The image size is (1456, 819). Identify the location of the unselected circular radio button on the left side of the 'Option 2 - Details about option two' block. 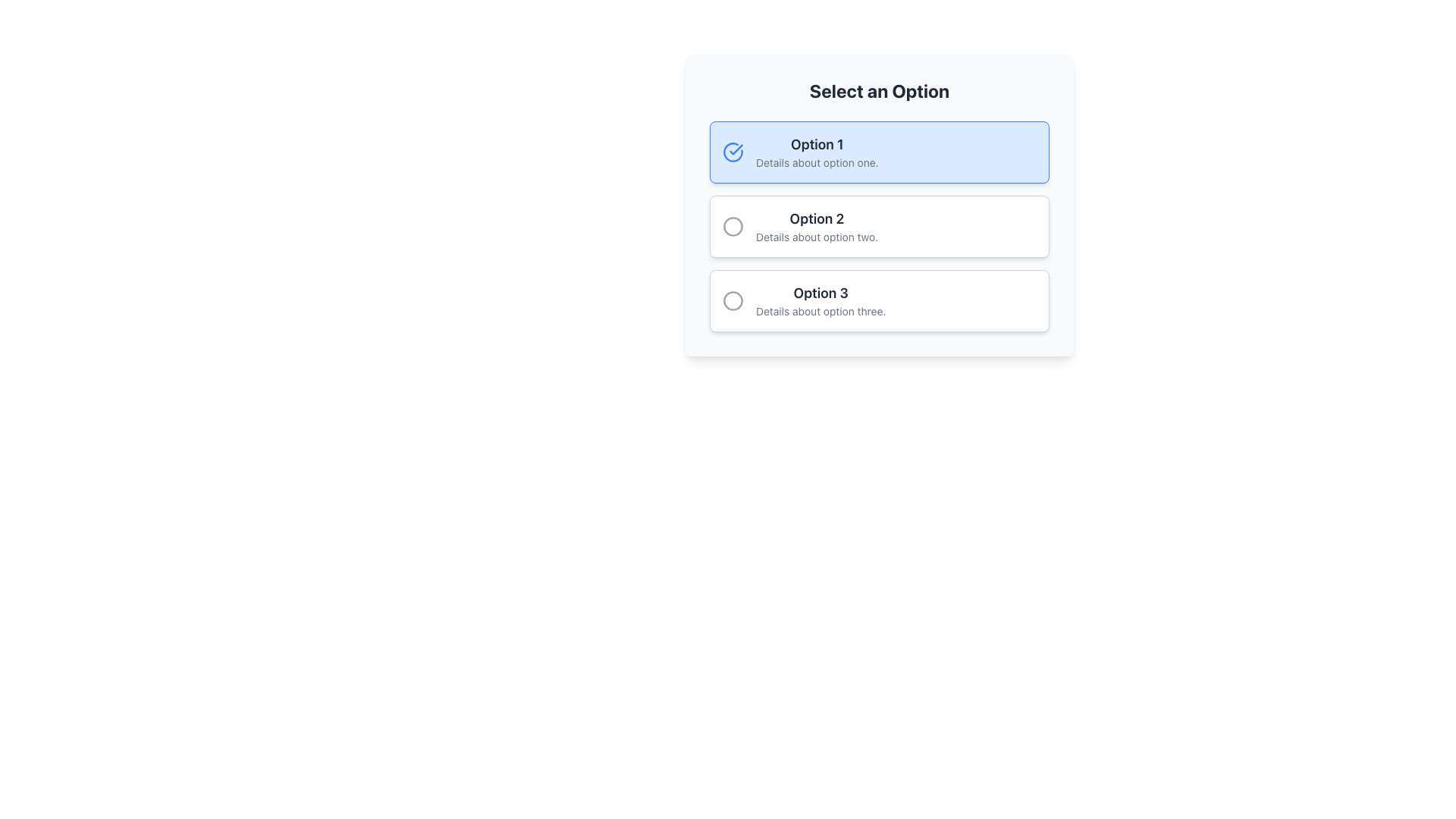
(733, 227).